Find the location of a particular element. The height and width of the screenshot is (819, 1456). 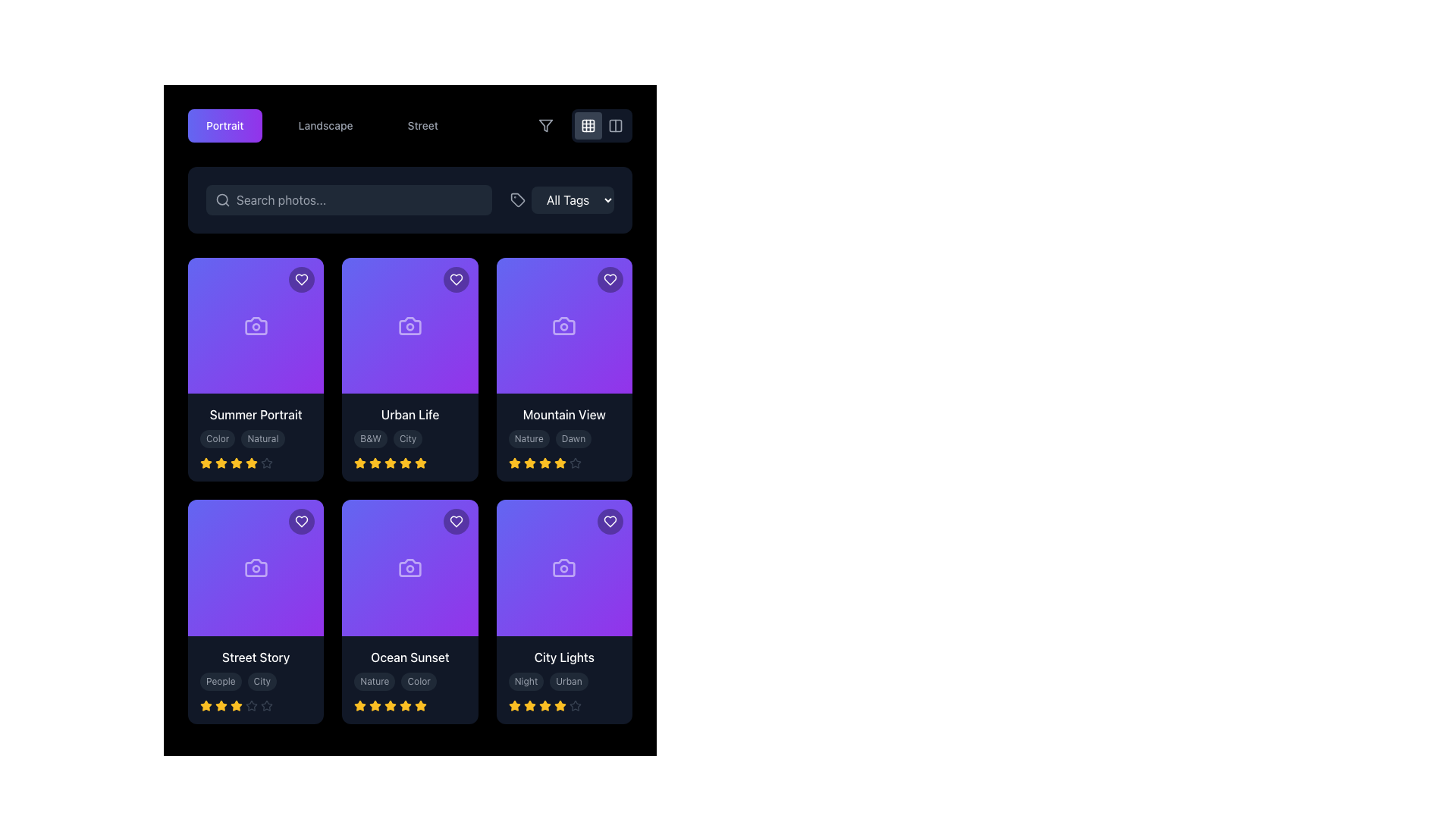

the fourth star-shaped rating icon for the media item 'Ocean Sunset', which is located in the second row of the list is located at coordinates (391, 705).